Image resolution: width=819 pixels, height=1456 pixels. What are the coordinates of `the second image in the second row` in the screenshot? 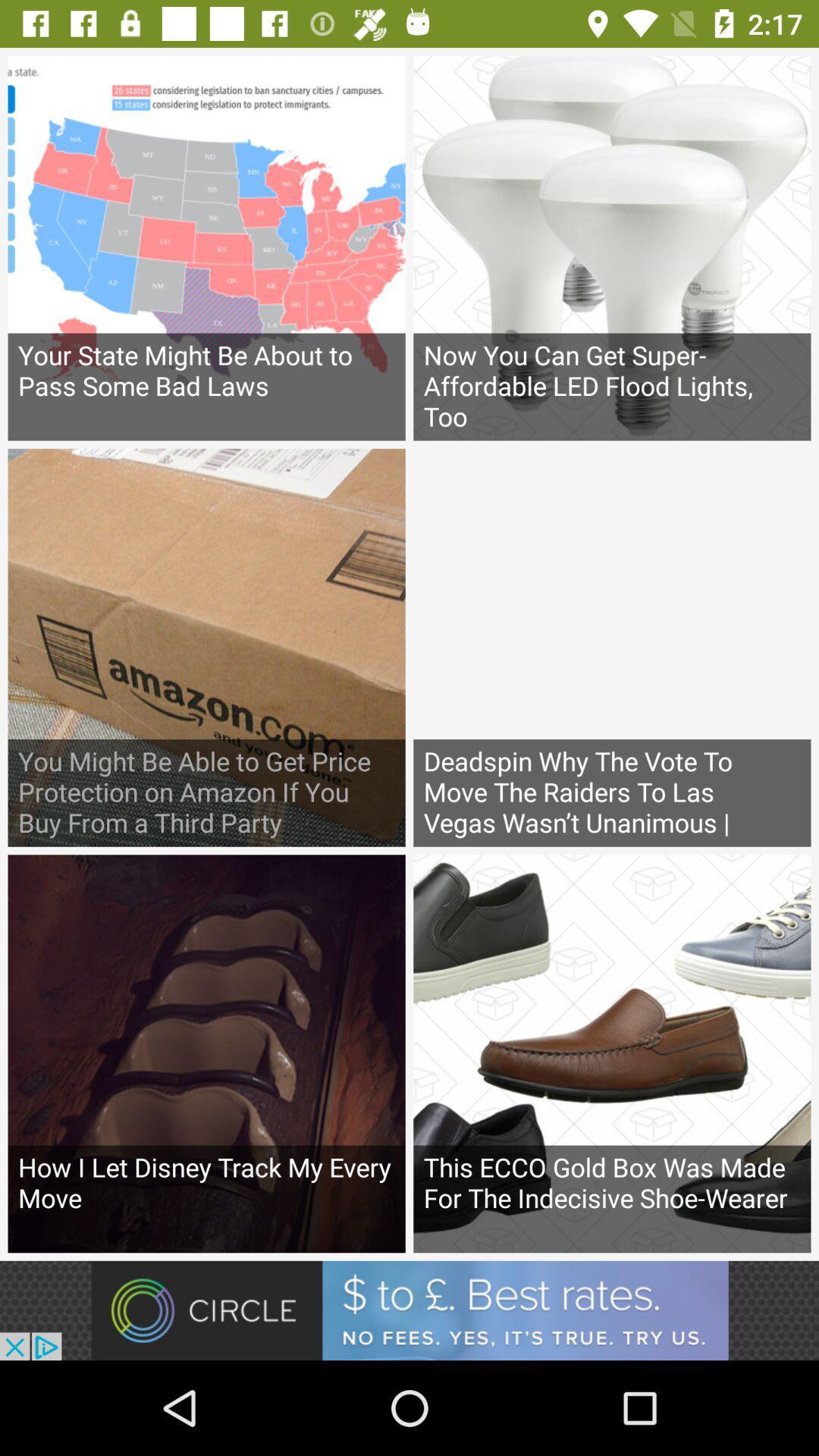 It's located at (611, 648).